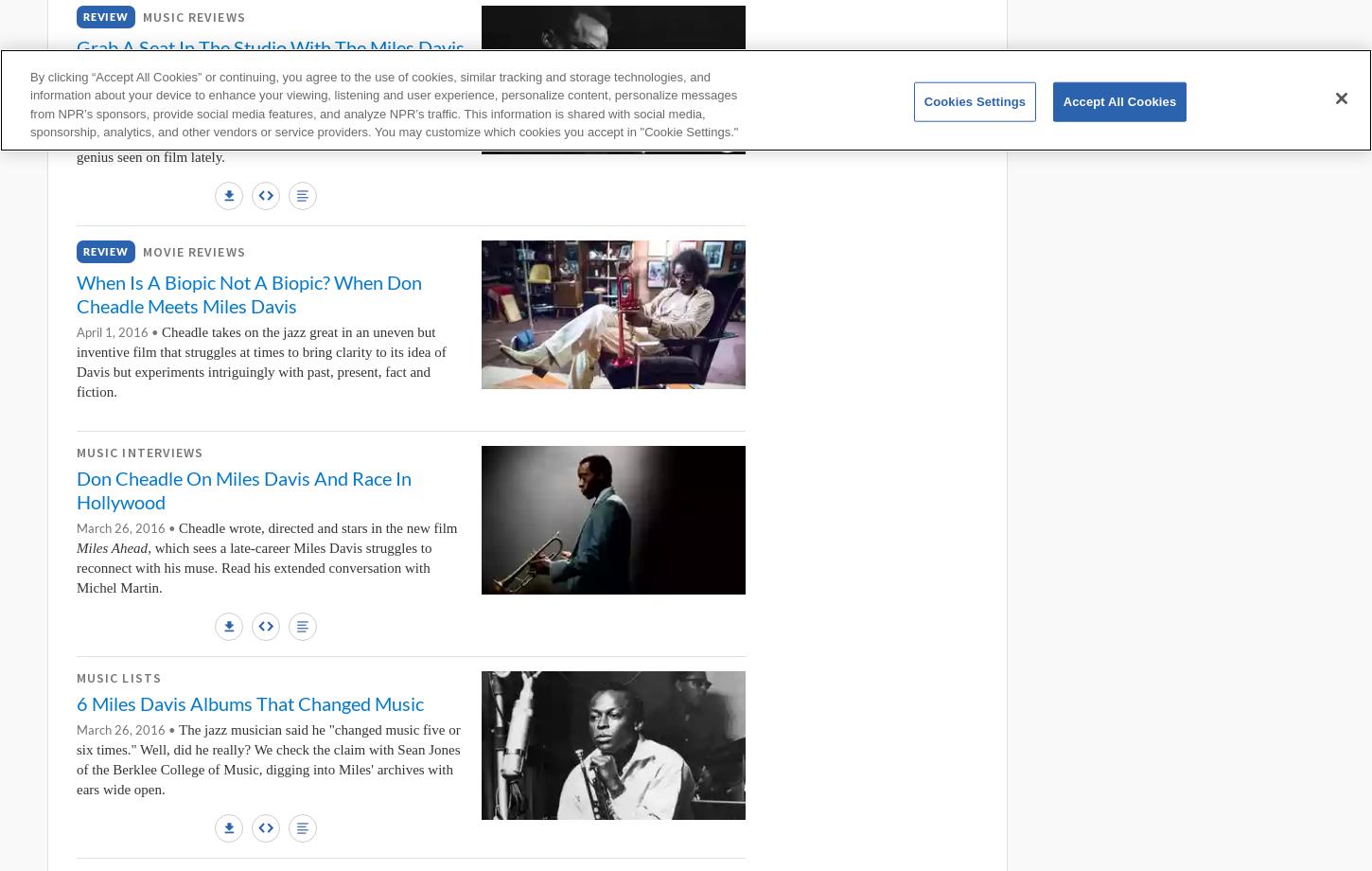 Image resolution: width=1372 pixels, height=871 pixels. What do you see at coordinates (139, 452) in the screenshot?
I see `'Music Interviews'` at bounding box center [139, 452].